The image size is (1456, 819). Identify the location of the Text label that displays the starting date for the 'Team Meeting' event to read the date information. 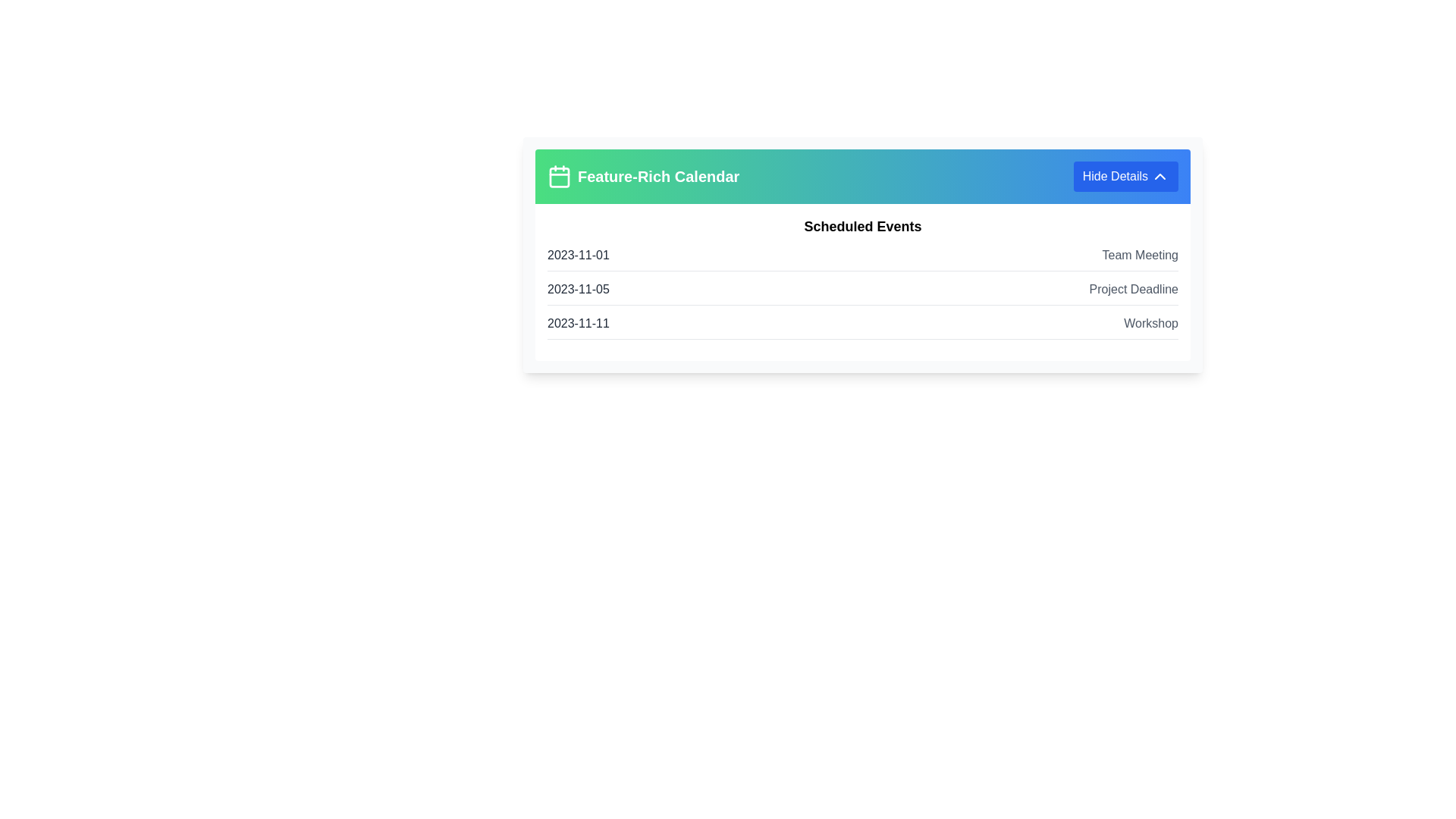
(578, 254).